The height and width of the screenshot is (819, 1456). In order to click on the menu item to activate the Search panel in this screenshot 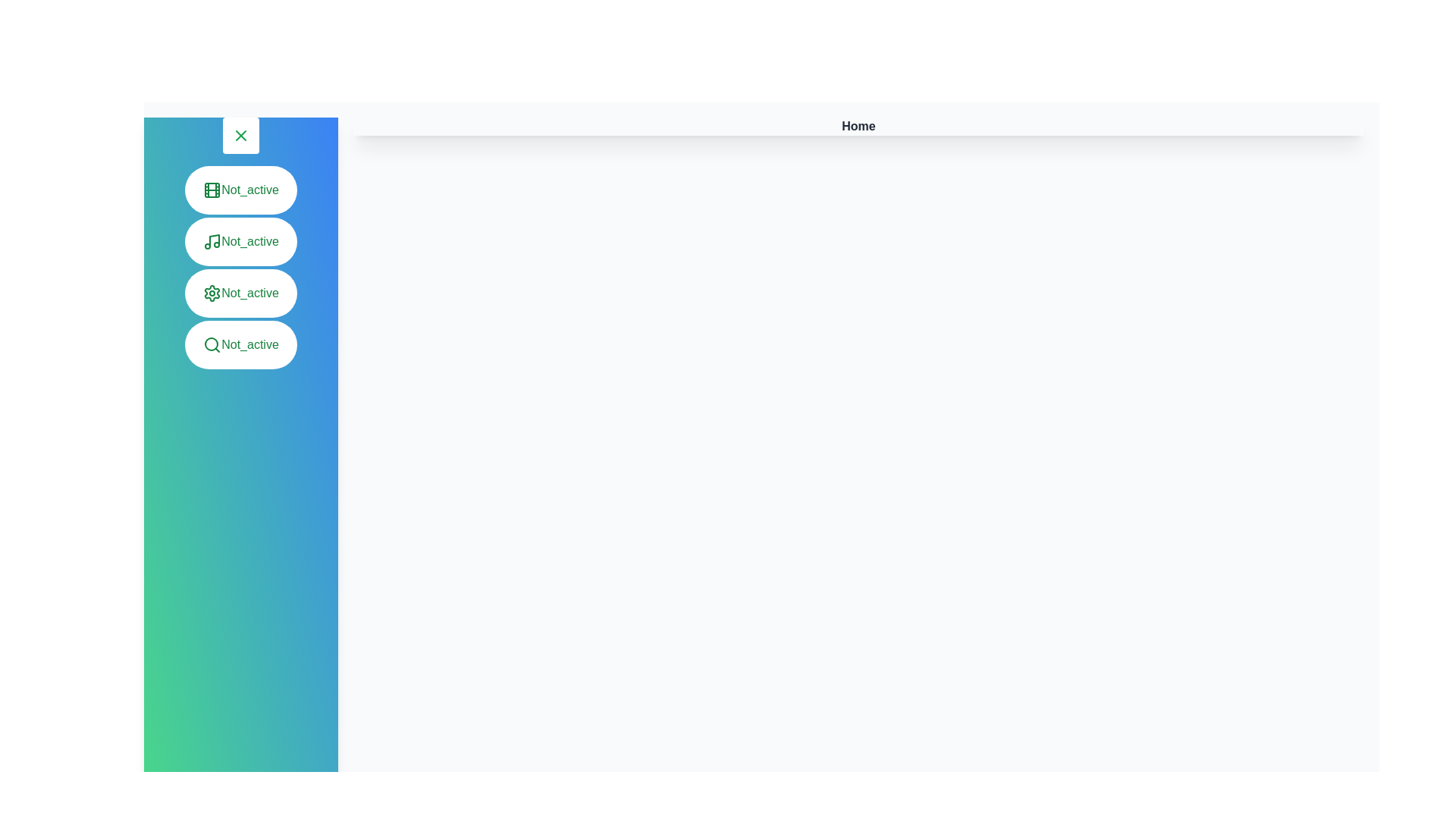, I will do `click(240, 345)`.